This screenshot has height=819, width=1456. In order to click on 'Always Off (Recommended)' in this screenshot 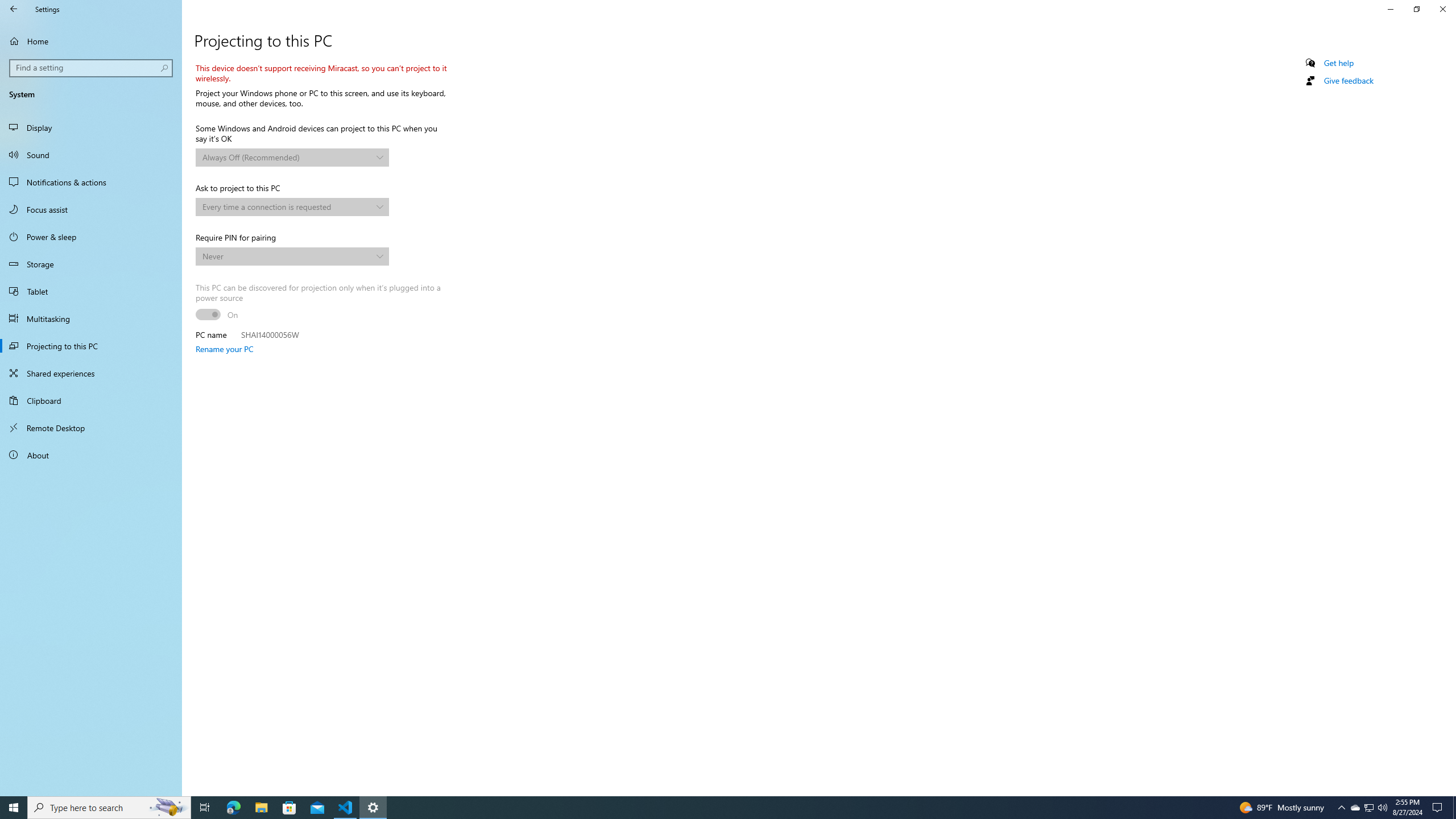, I will do `click(287, 156)`.